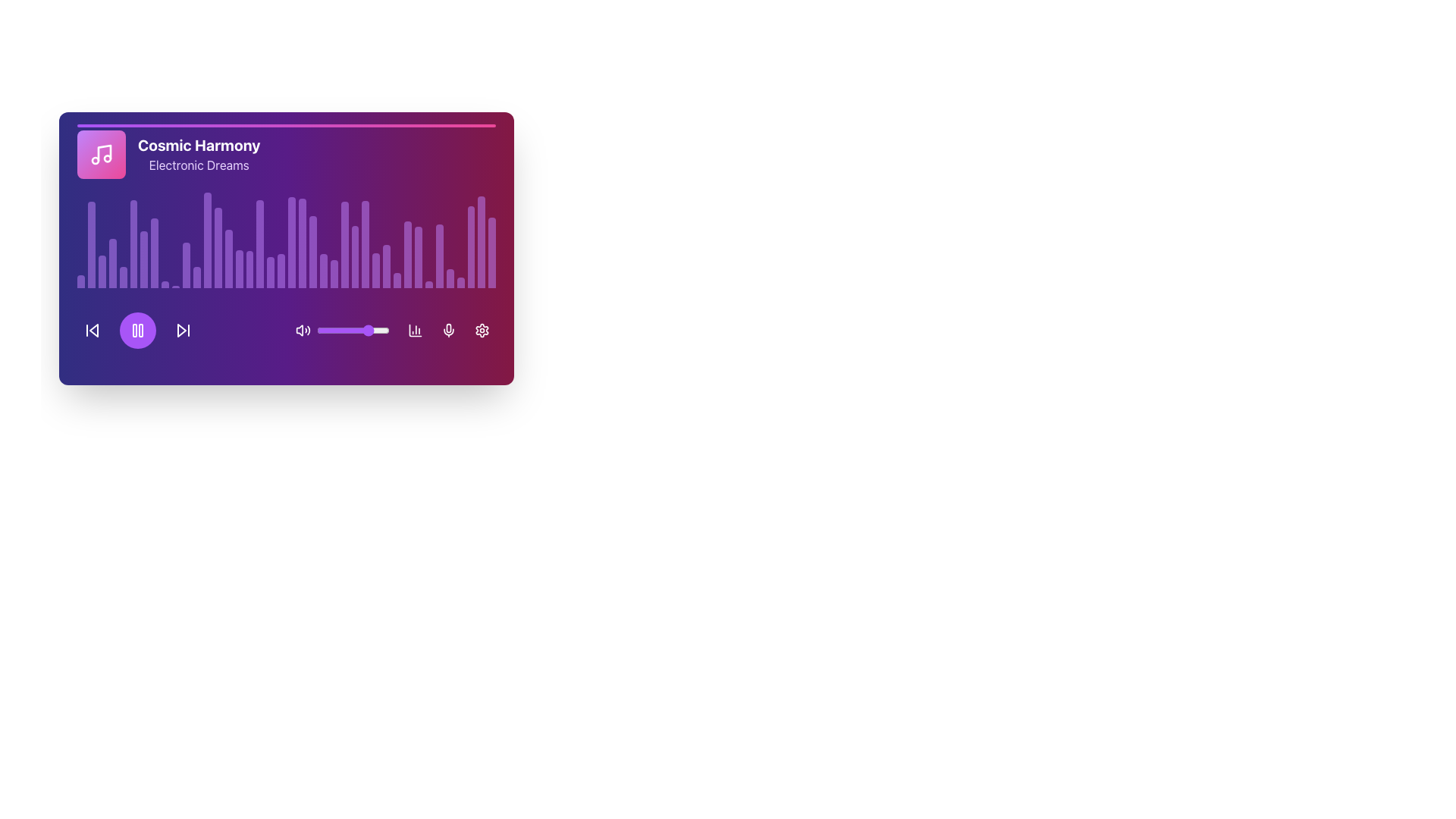 This screenshot has width=1456, height=819. Describe the element at coordinates (101, 155) in the screenshot. I see `the musical note icon with a dynamic outline, located in the top-left section of the media control interface, next to the text 'Cosmic Harmony'` at that location.